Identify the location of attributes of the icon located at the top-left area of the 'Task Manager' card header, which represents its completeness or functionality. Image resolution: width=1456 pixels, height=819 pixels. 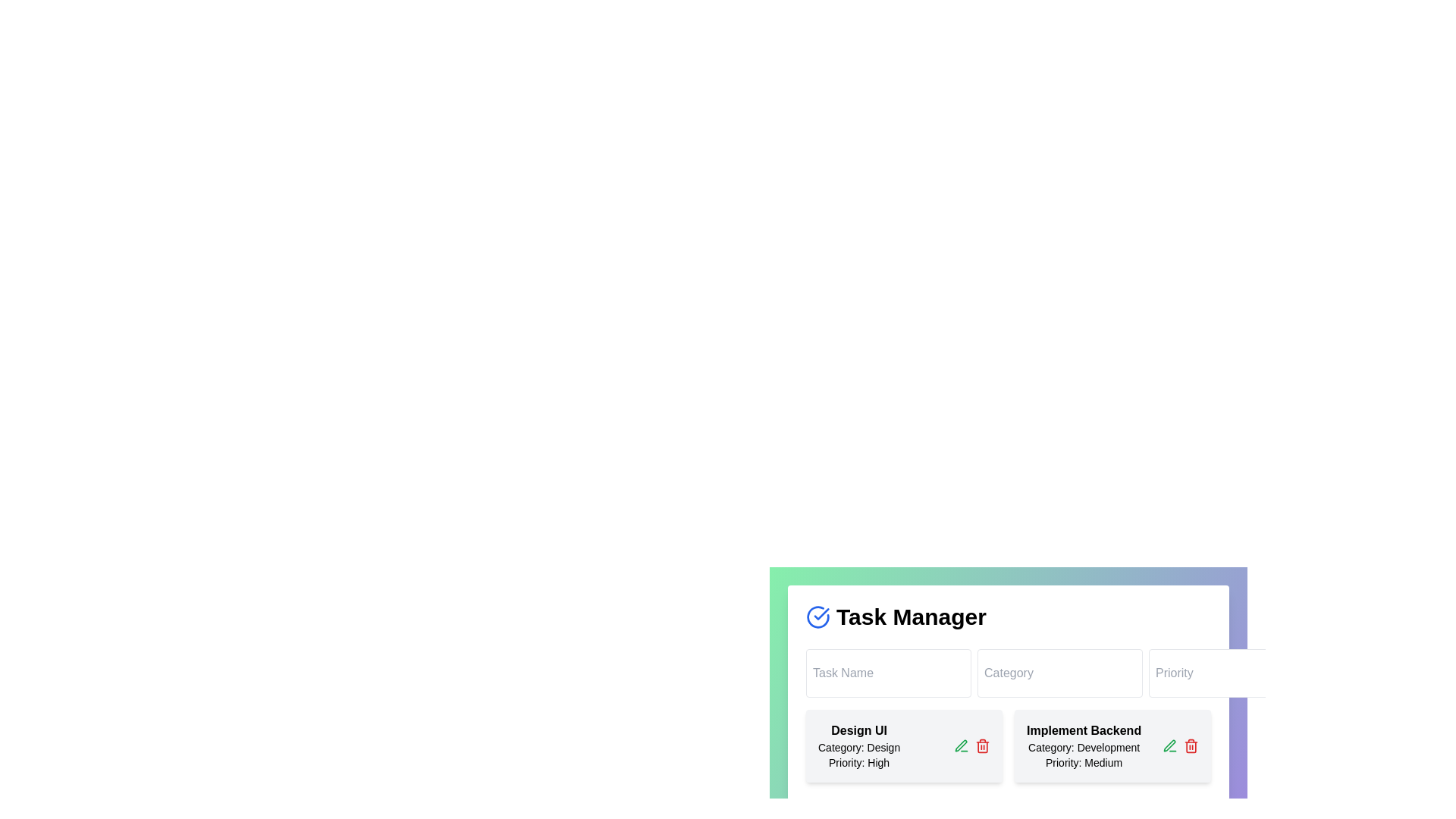
(817, 617).